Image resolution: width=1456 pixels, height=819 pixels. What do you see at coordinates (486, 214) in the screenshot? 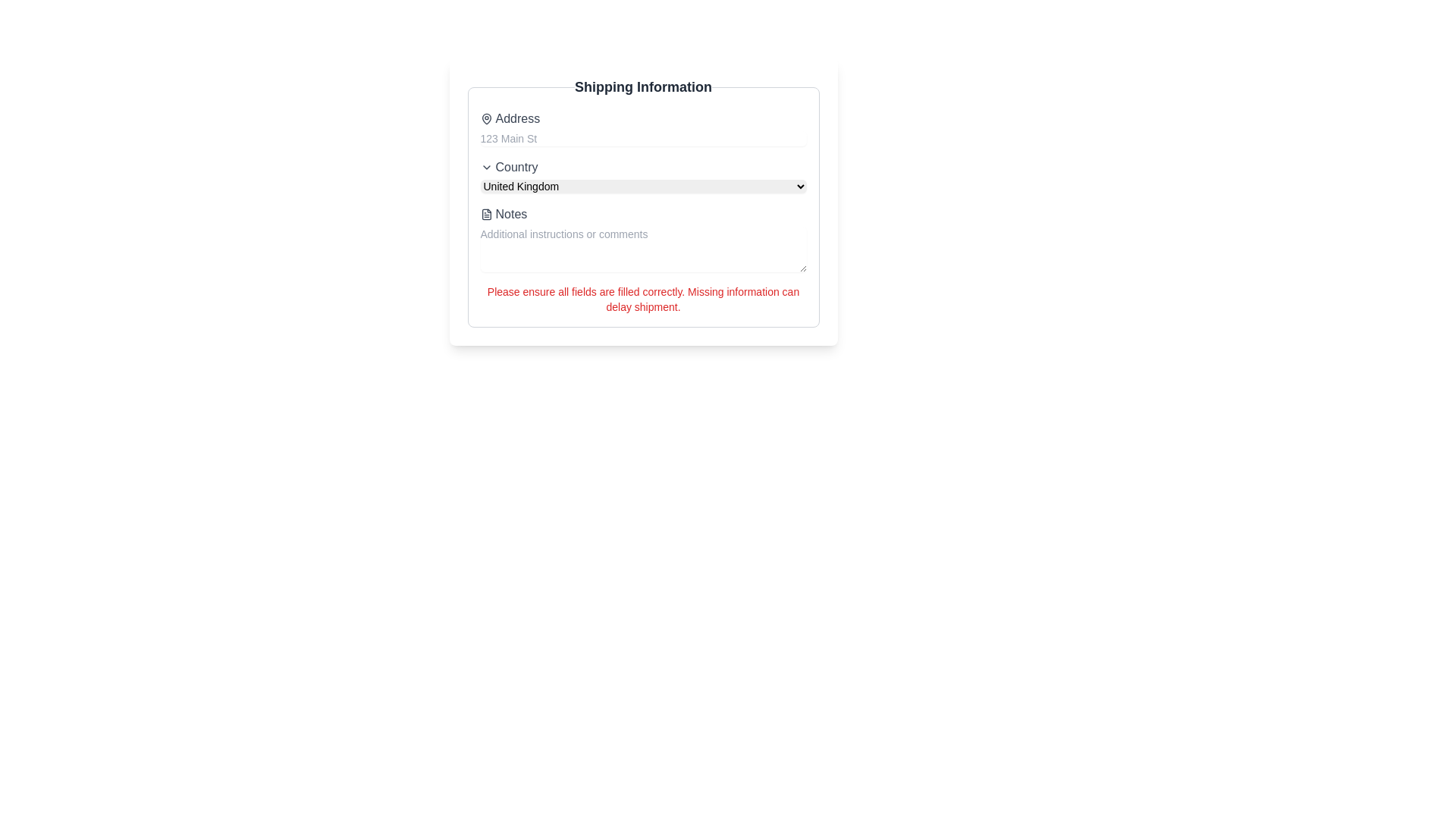
I see `the visual indicator icon representing a note, located at the top left of the 'Notes' label` at bounding box center [486, 214].